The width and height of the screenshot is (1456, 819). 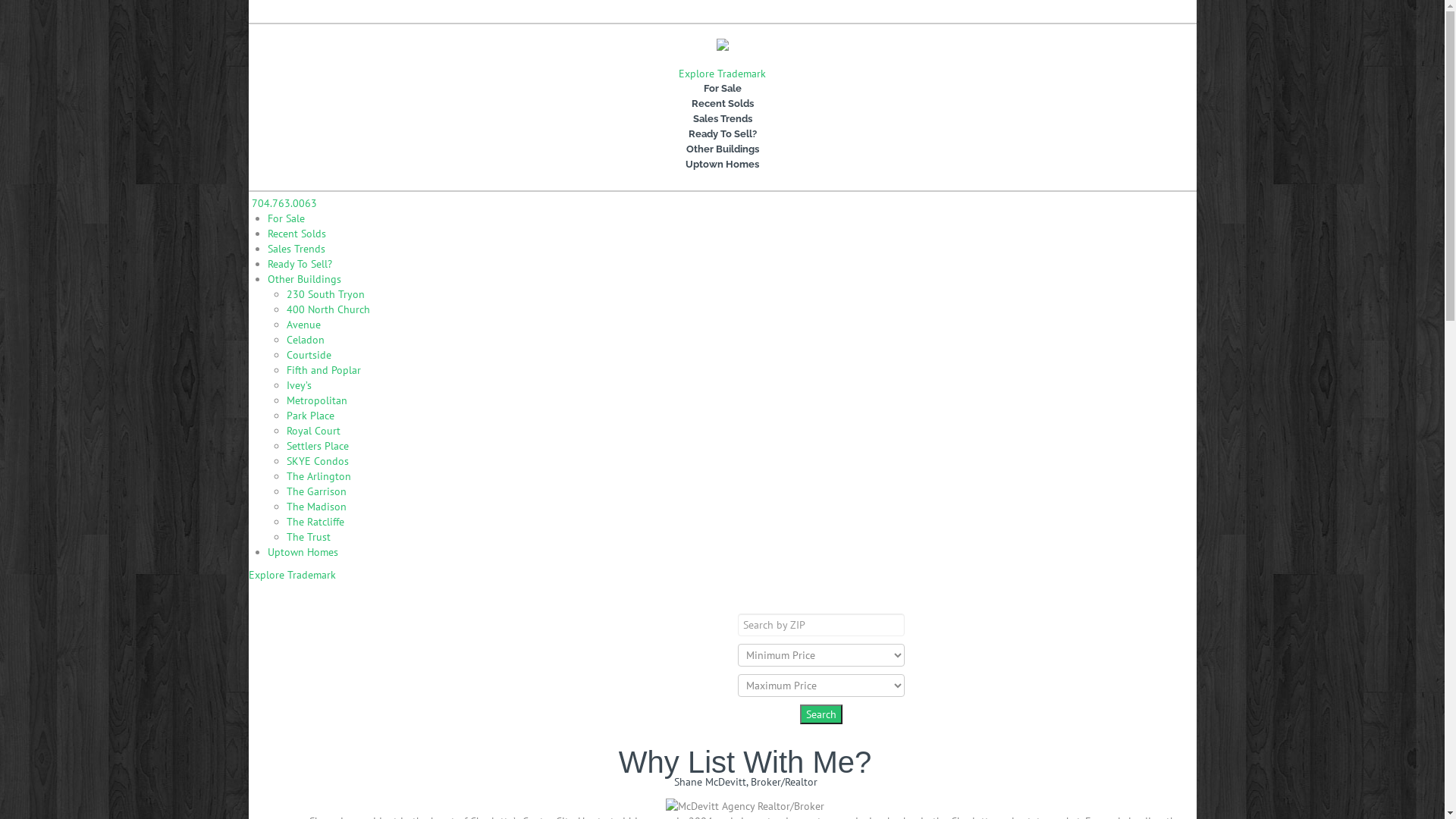 What do you see at coordinates (312, 430) in the screenshot?
I see `'Royal Court'` at bounding box center [312, 430].